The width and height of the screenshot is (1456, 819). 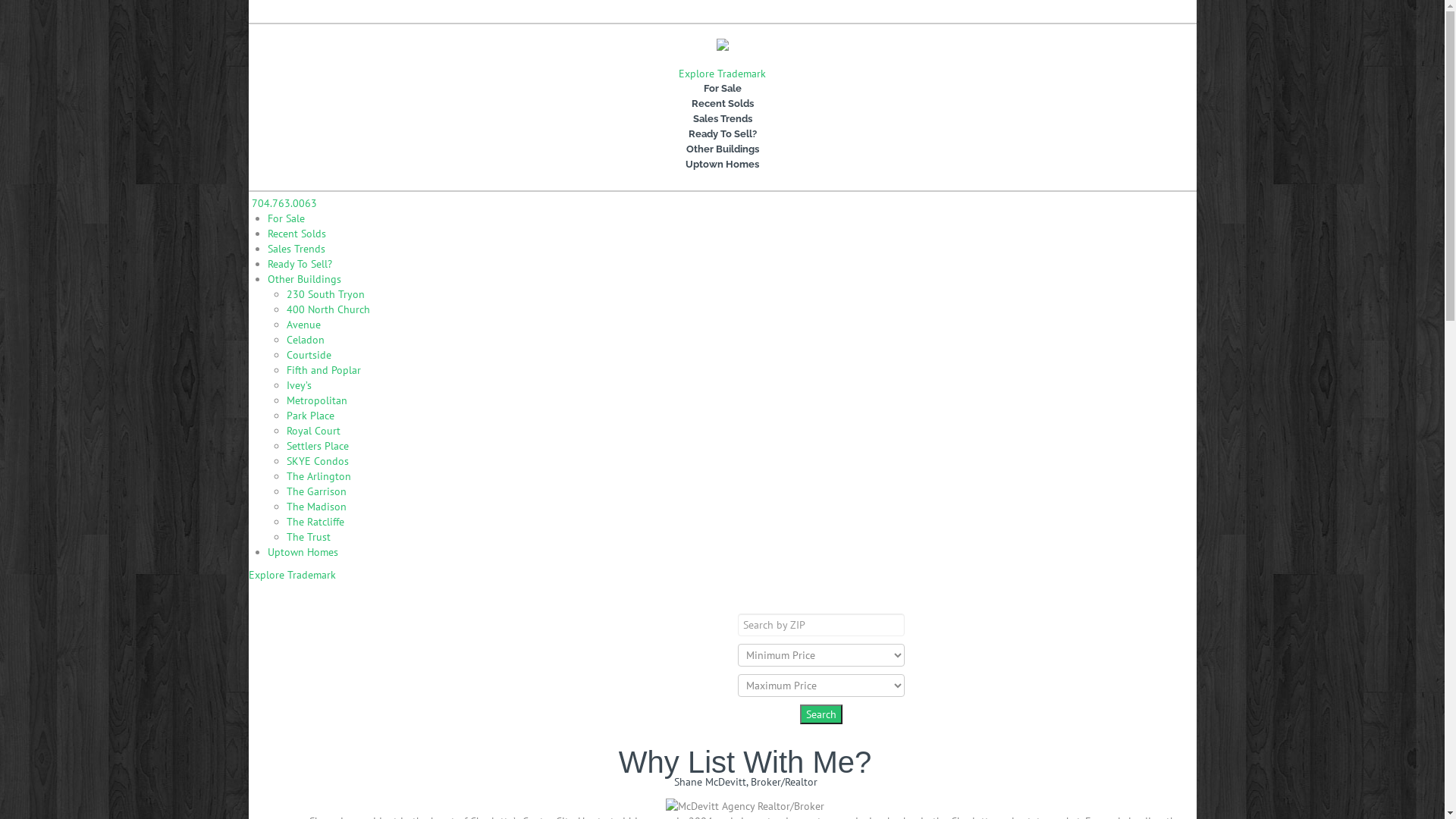 What do you see at coordinates (312, 430) in the screenshot?
I see `'Royal Court'` at bounding box center [312, 430].